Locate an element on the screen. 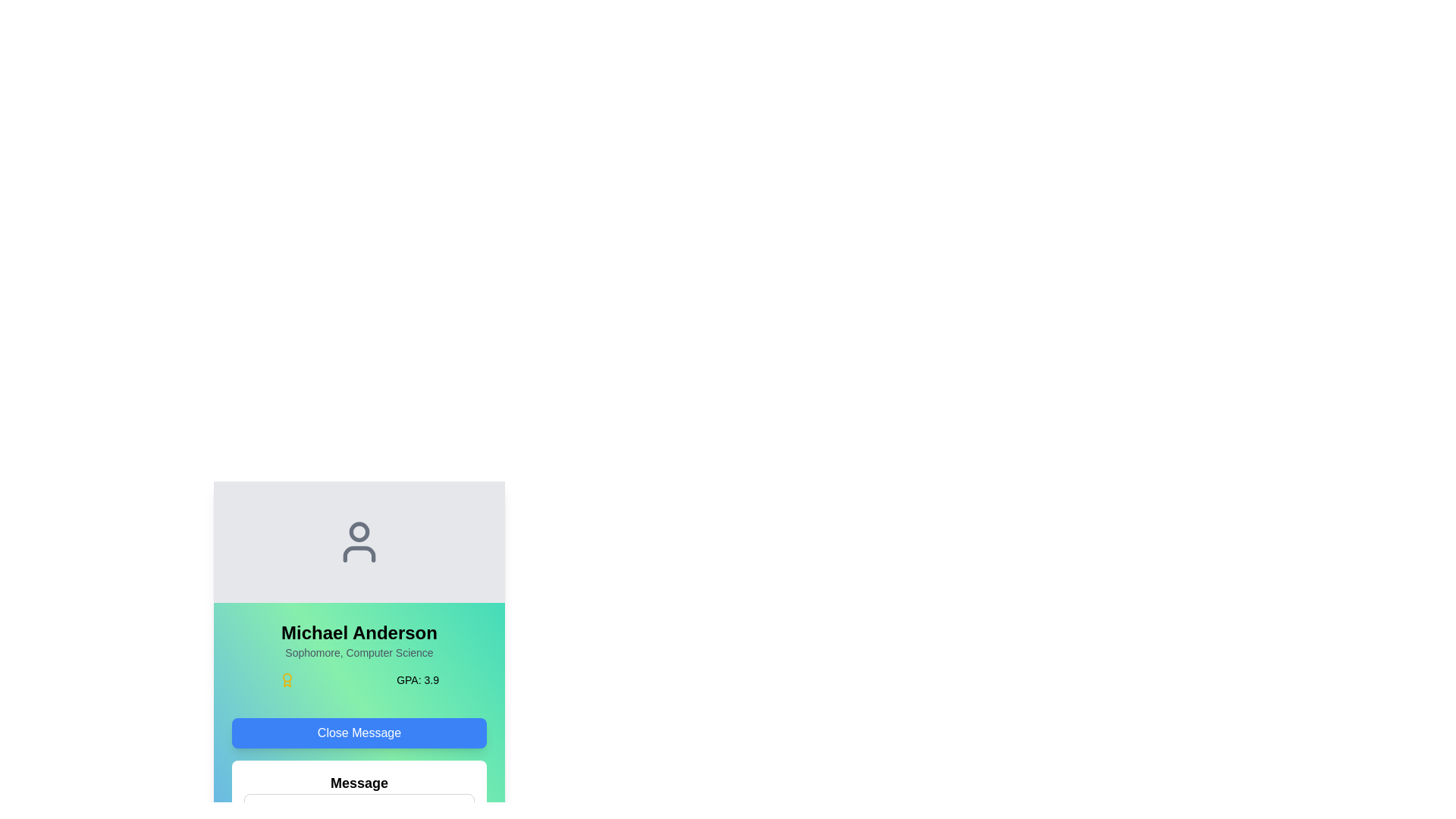  the Text Label that provides academic year and major information, located below the 'Michael Anderson' label and above the 'GPA: 3.9' label is located at coordinates (359, 651).